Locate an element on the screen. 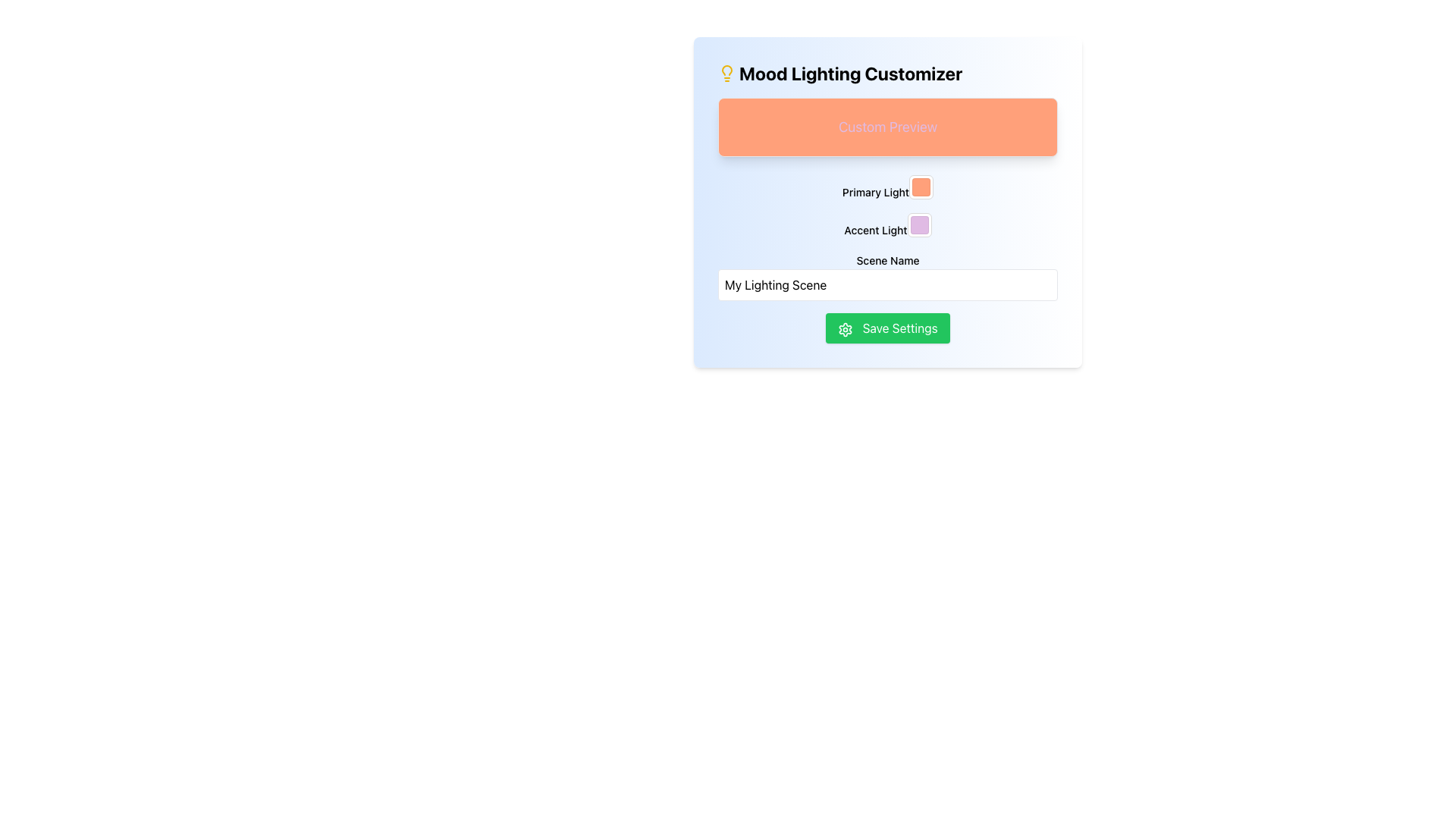 This screenshot has height=819, width=1456. the cog-like settings icon, which is green and located to the left of the 'Save Settings' button at the bottom of the interface is located at coordinates (845, 328).